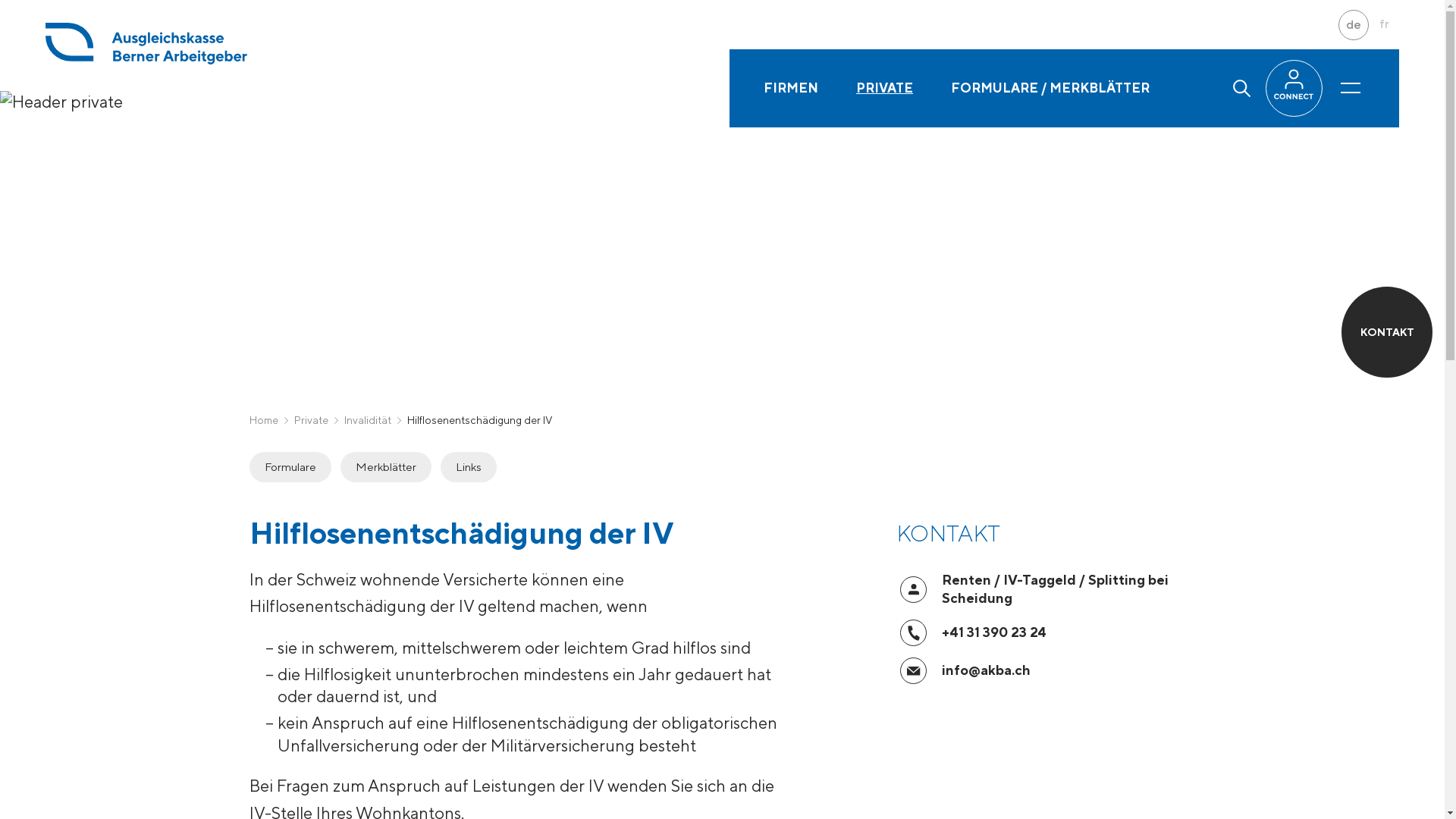 The height and width of the screenshot is (819, 1456). I want to click on 'Private', so click(294, 420).